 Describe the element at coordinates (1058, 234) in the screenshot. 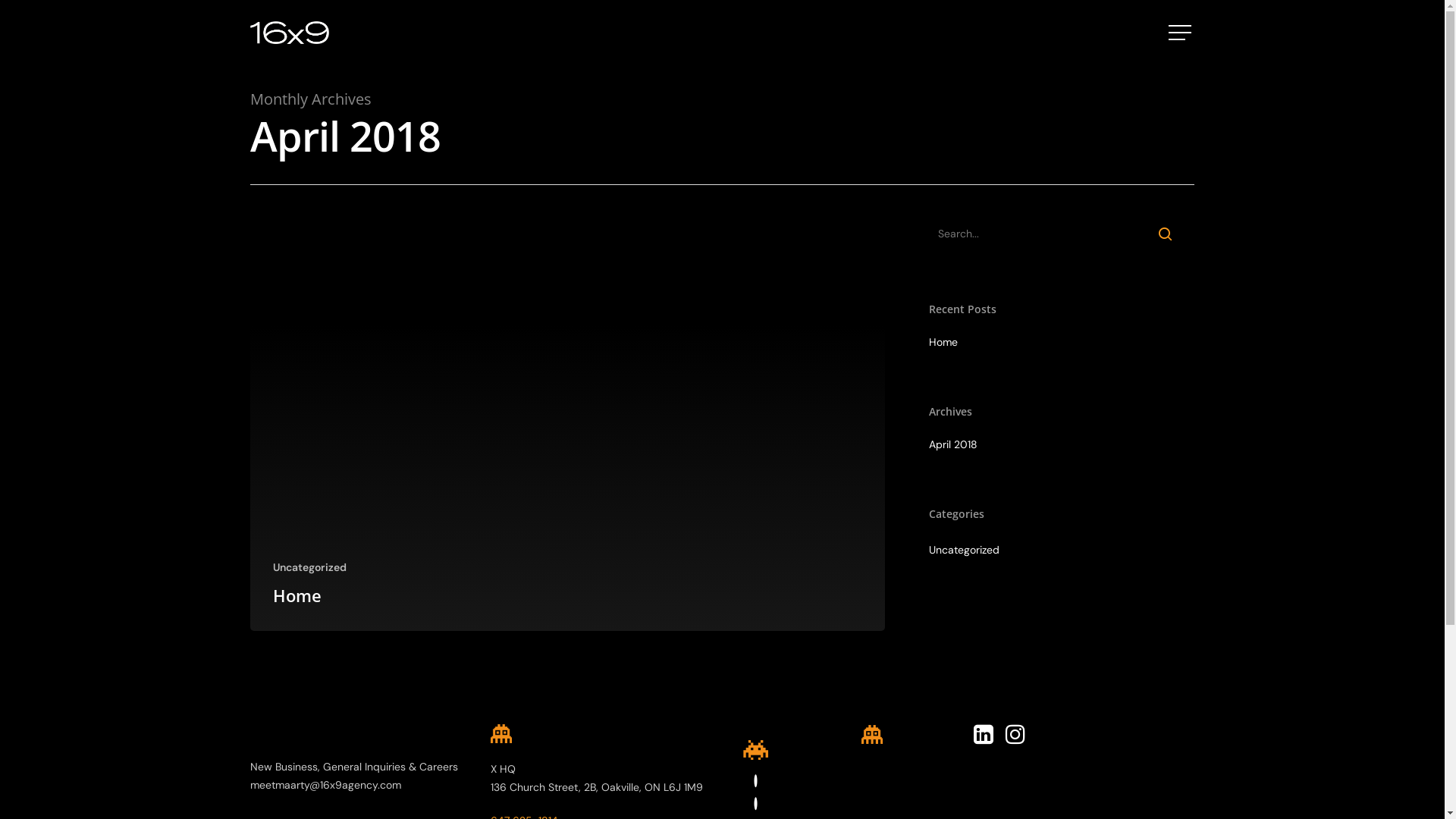

I see `'Search for:'` at that location.